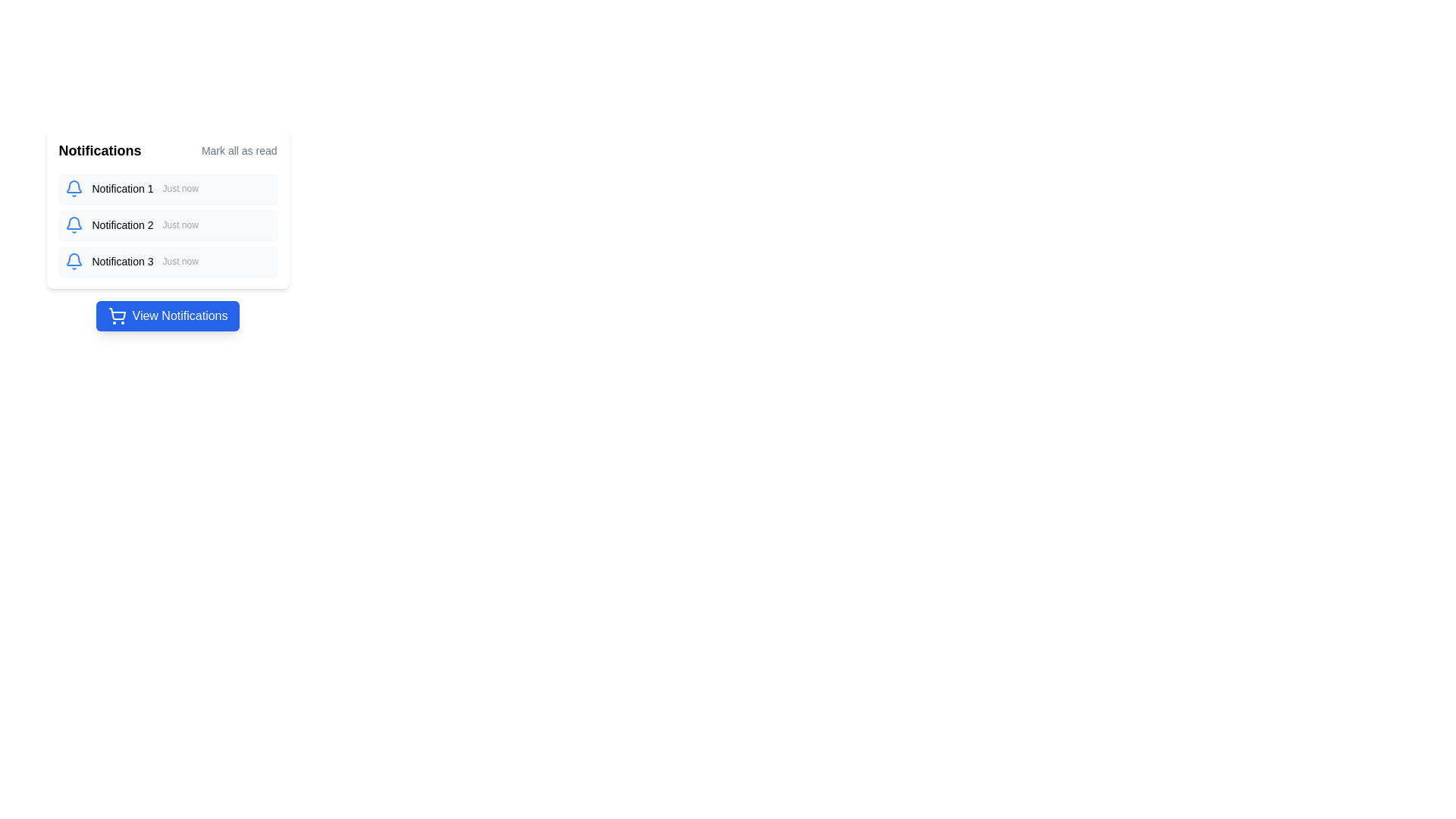  What do you see at coordinates (180, 260) in the screenshot?
I see `the small gray text label displaying 'Just now', which is the last timestamp element in a grouped list of notifications` at bounding box center [180, 260].